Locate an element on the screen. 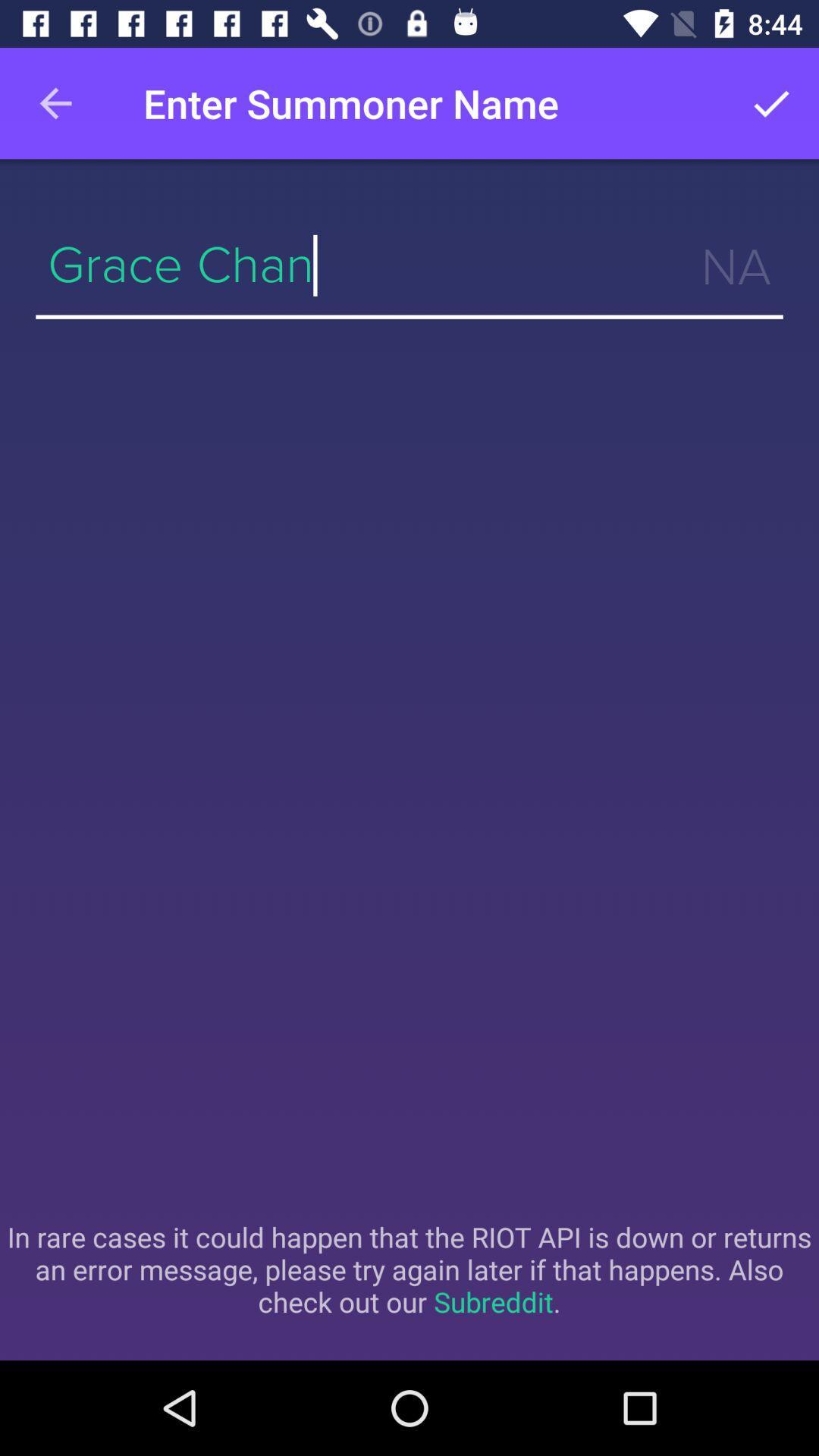 The height and width of the screenshot is (1456, 819). in rare cases item is located at coordinates (409, 1269).